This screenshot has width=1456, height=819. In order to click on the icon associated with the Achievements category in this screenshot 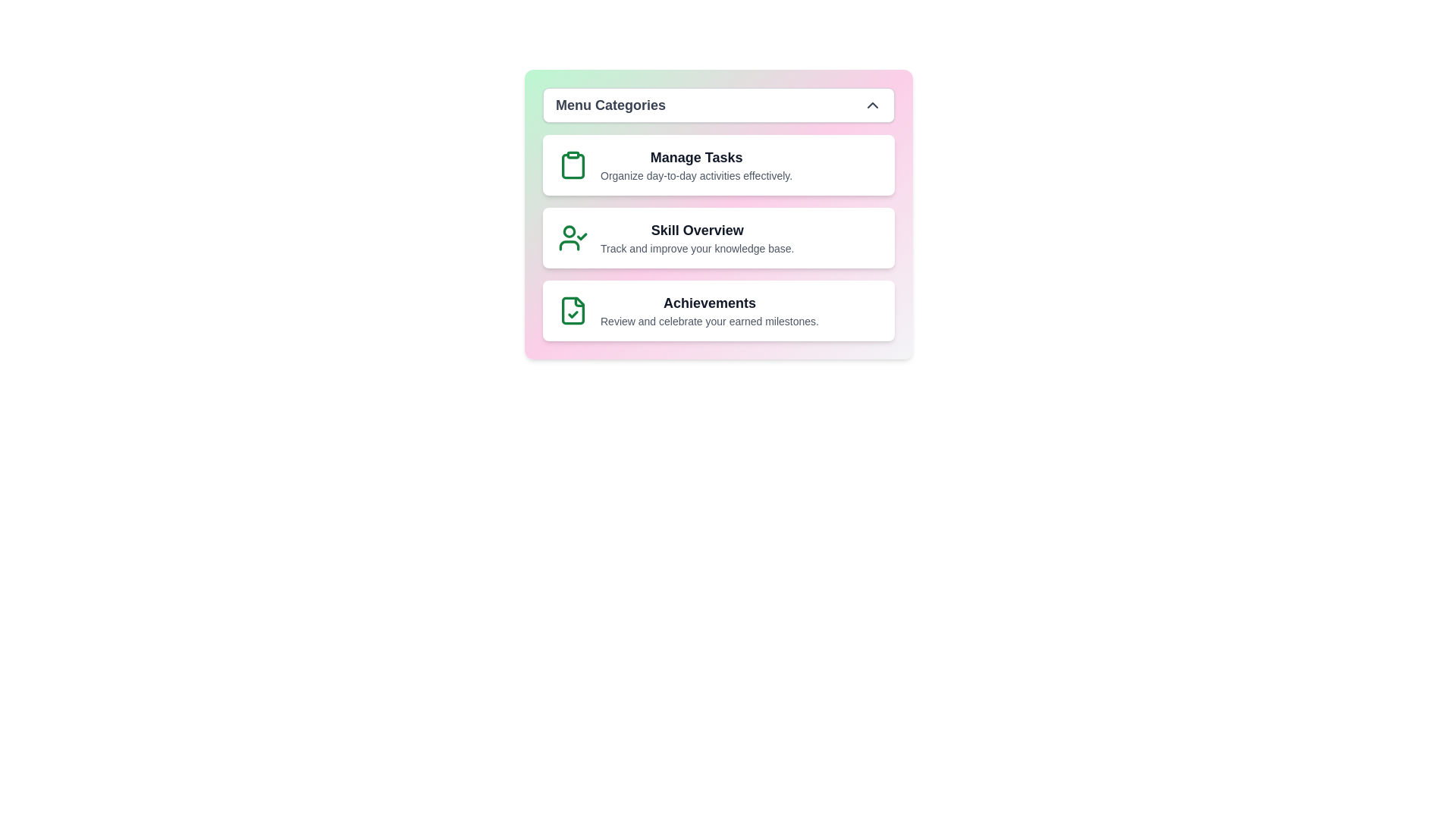, I will do `click(572, 309)`.